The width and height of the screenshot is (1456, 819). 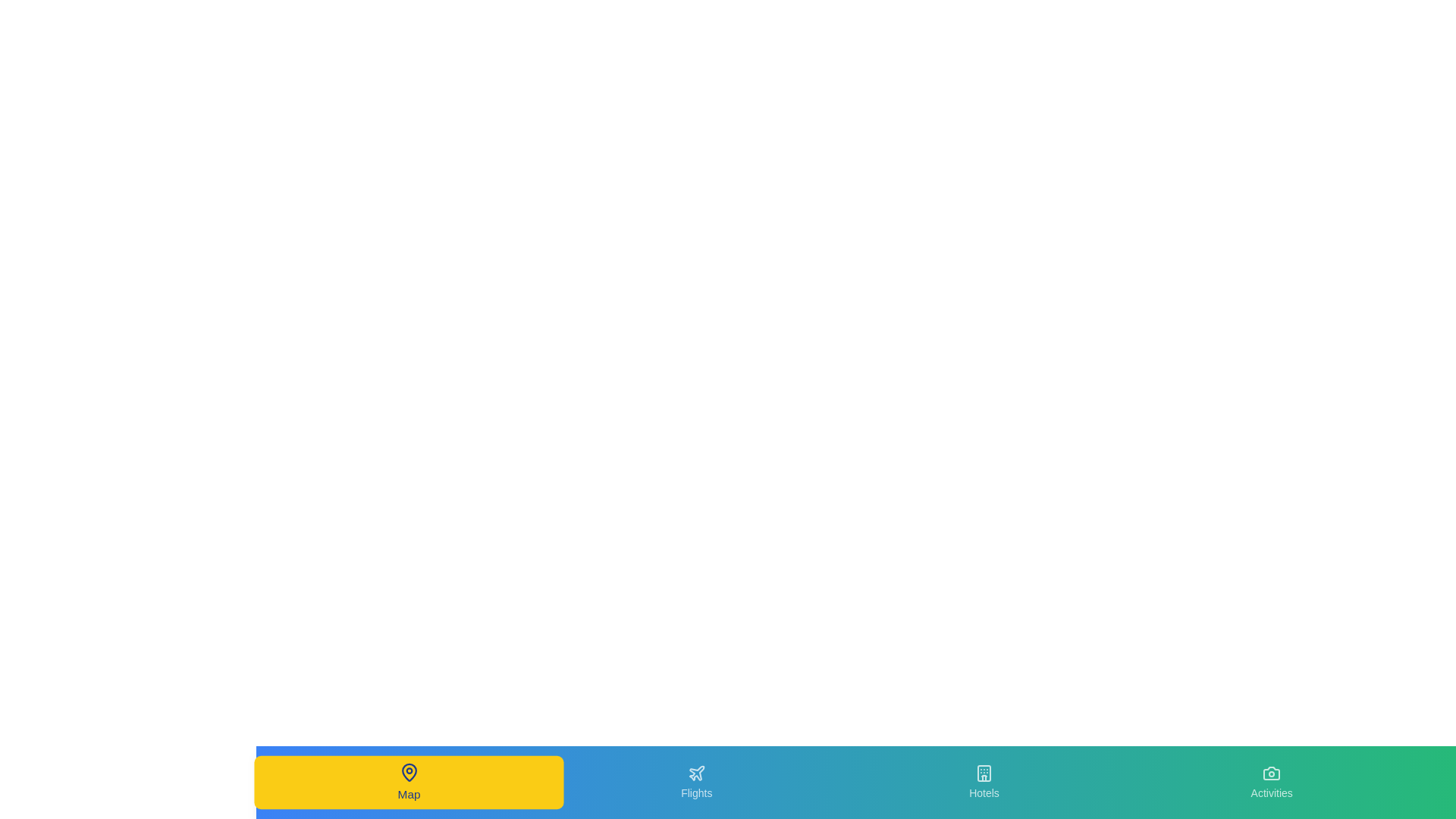 I want to click on the Activities navigation tab to change the view, so click(x=1272, y=783).